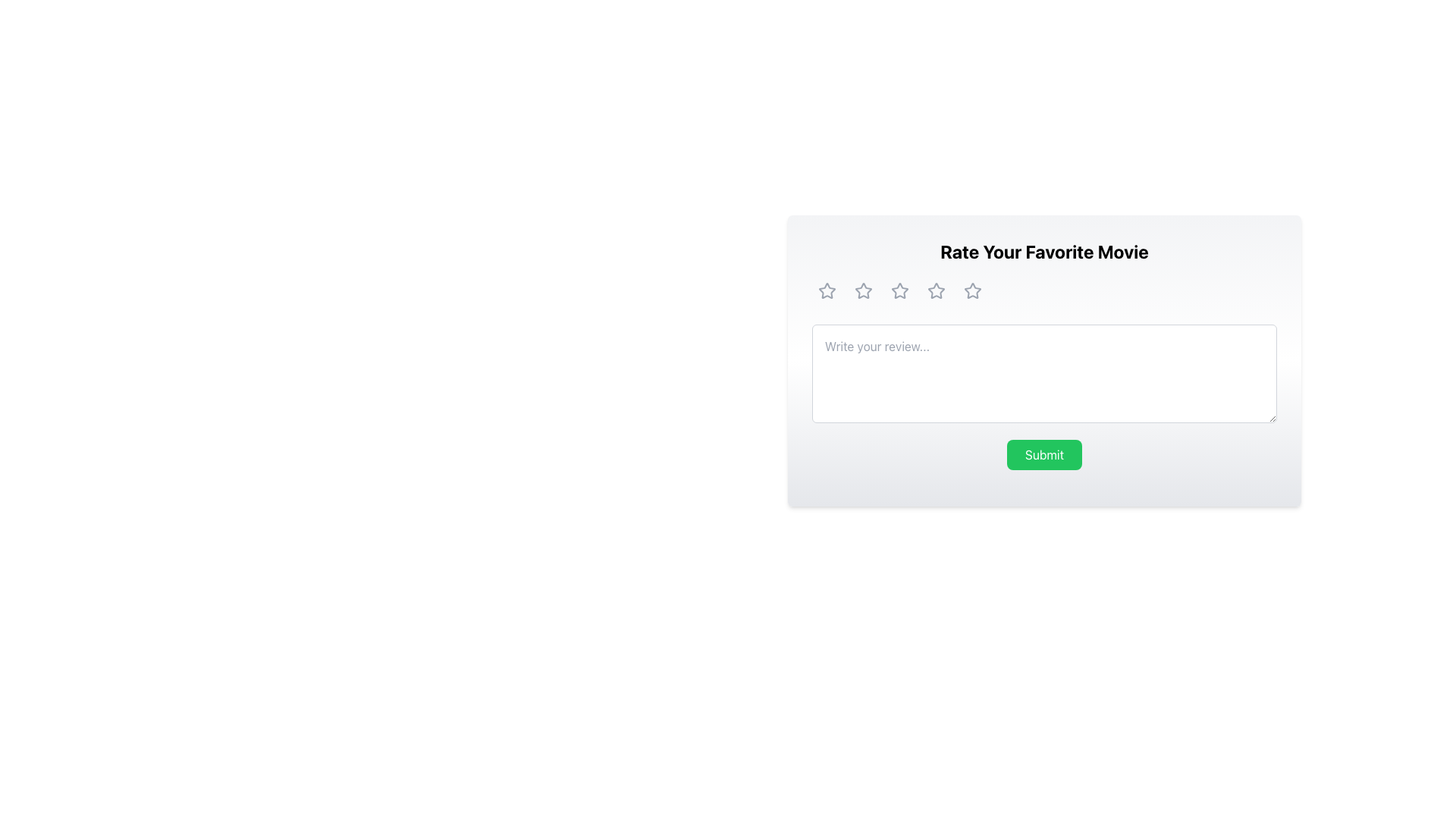  What do you see at coordinates (972, 291) in the screenshot?
I see `the fifth star icon in the row of rating stars under the text 'Rate Your Favorite Movie'` at bounding box center [972, 291].